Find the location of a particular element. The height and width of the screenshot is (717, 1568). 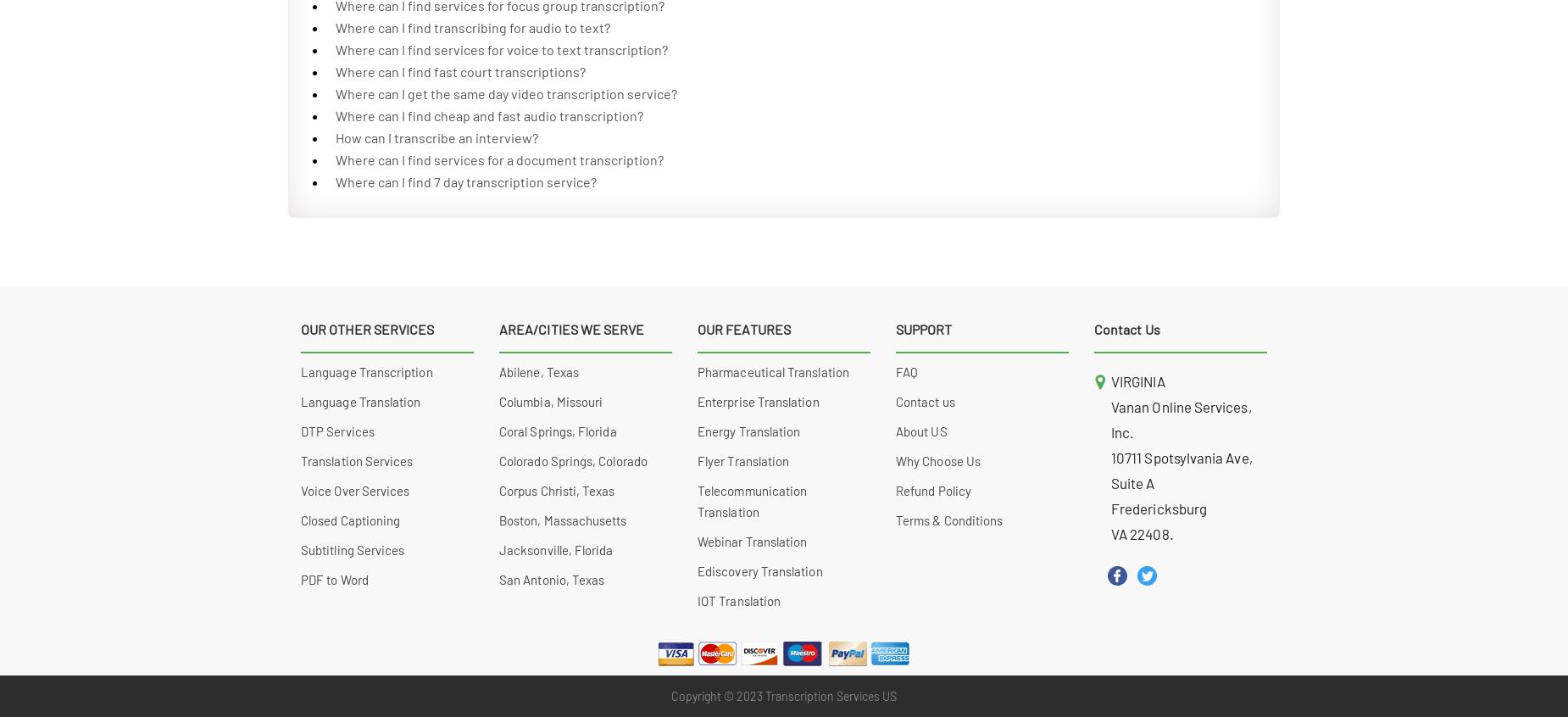

'Refund Policy' is located at coordinates (931, 490).